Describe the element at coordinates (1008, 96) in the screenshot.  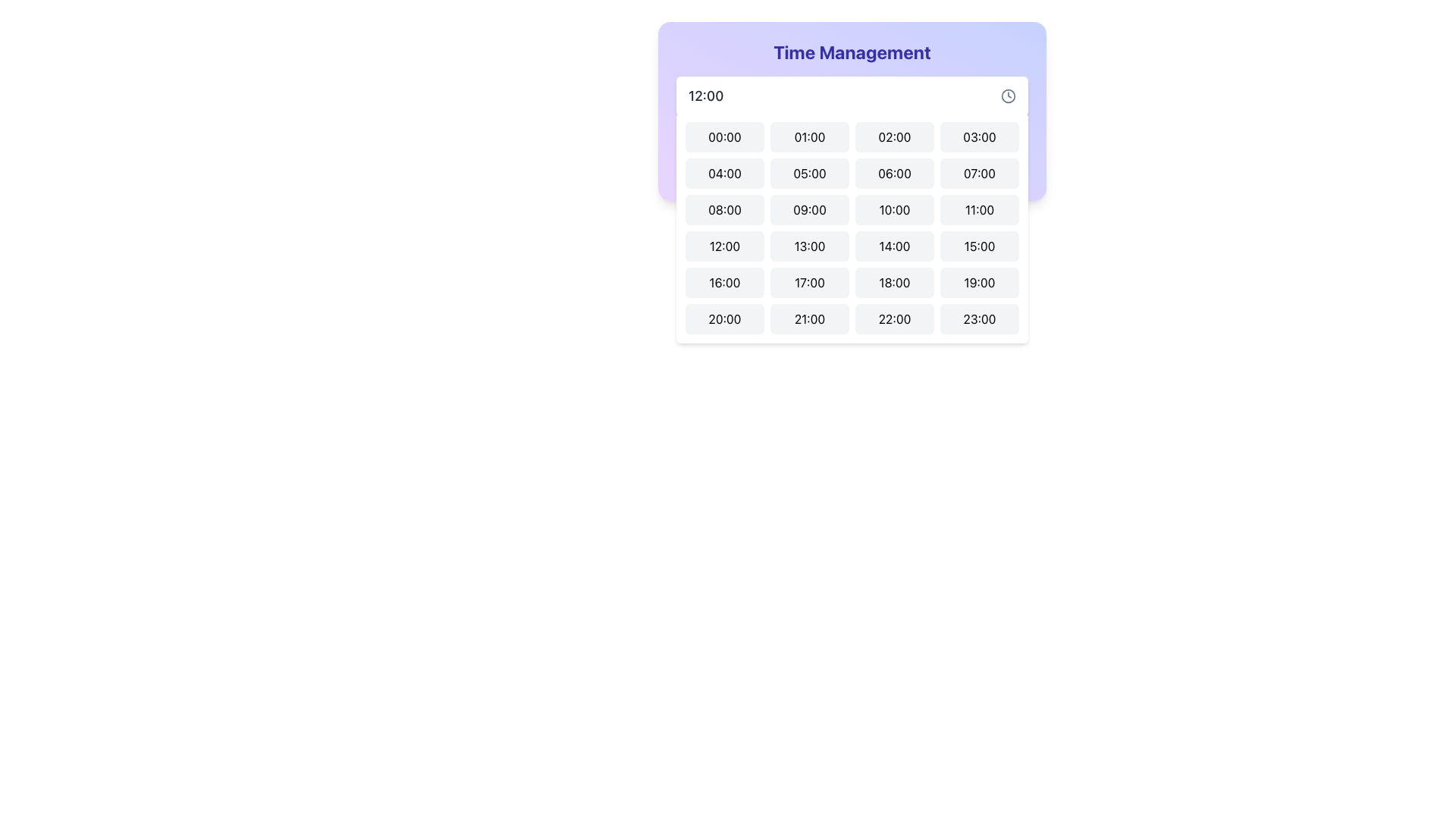
I see `the clock icon located on the far right of the white box containing the text '12:00', aligned to the top-right corner` at that location.